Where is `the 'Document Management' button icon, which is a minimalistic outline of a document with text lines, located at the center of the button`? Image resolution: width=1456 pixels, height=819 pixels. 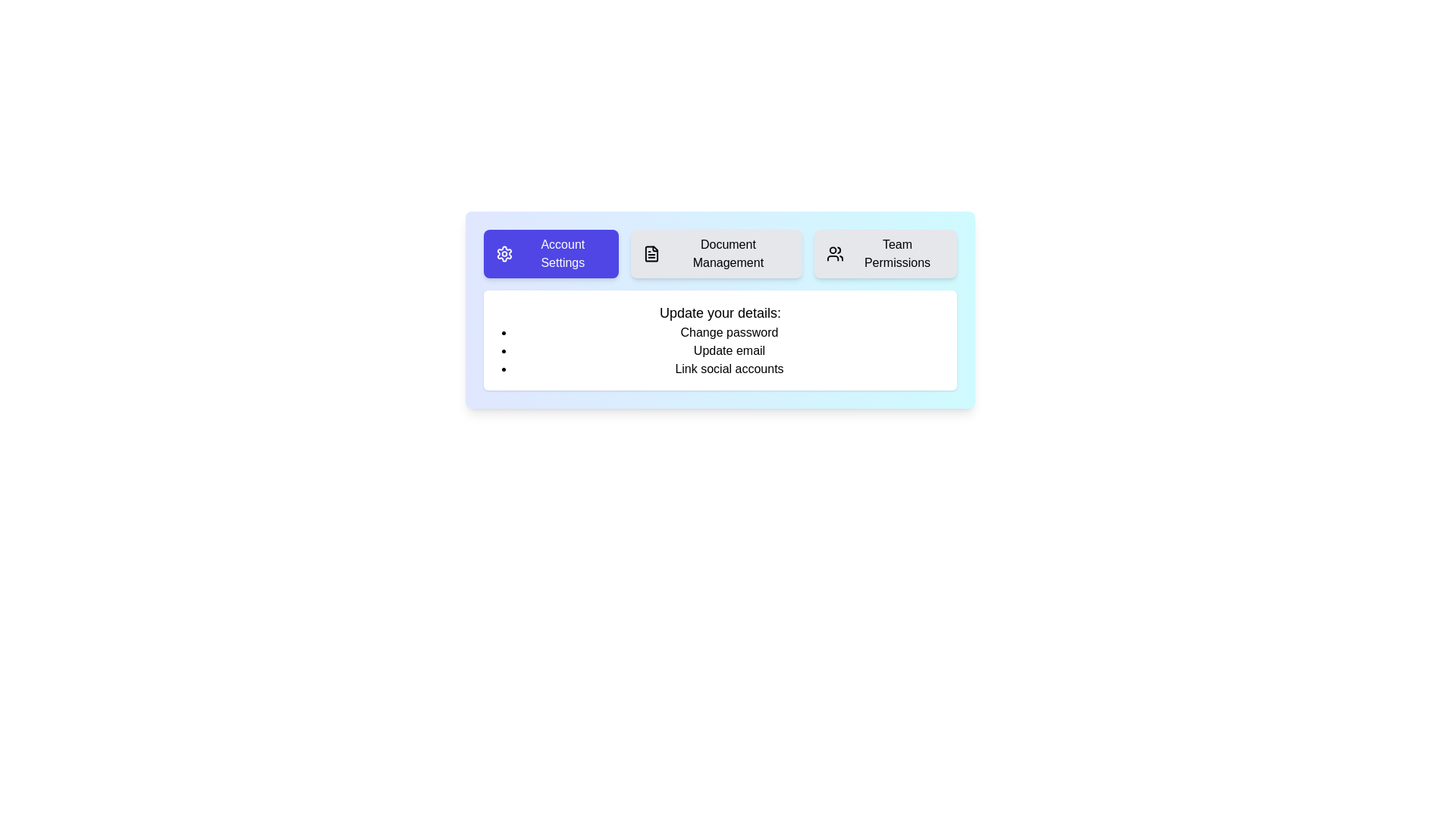
the 'Document Management' button icon, which is a minimalistic outline of a document with text lines, located at the center of the button is located at coordinates (651, 253).